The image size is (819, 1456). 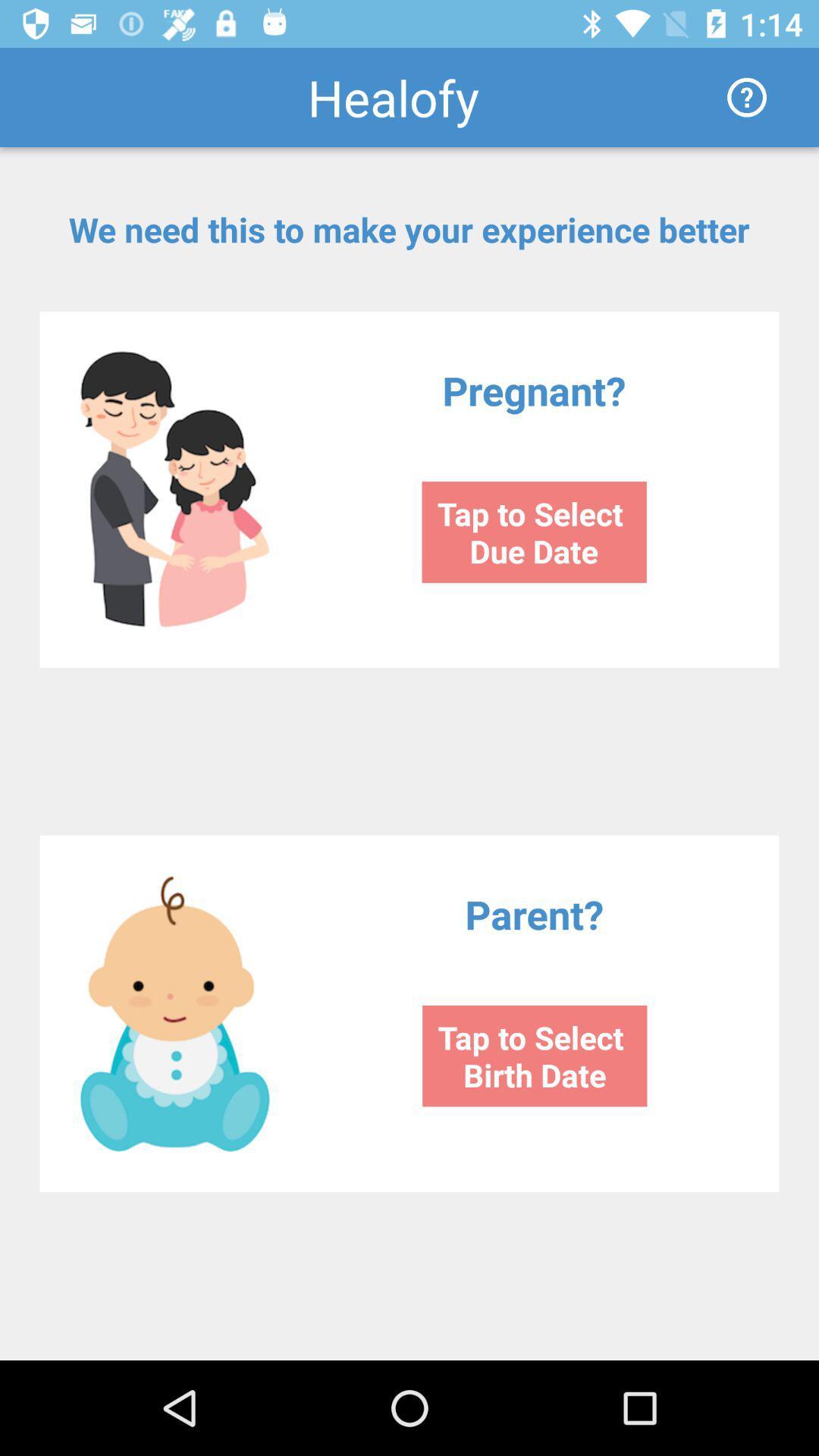 What do you see at coordinates (746, 96) in the screenshot?
I see `help` at bounding box center [746, 96].